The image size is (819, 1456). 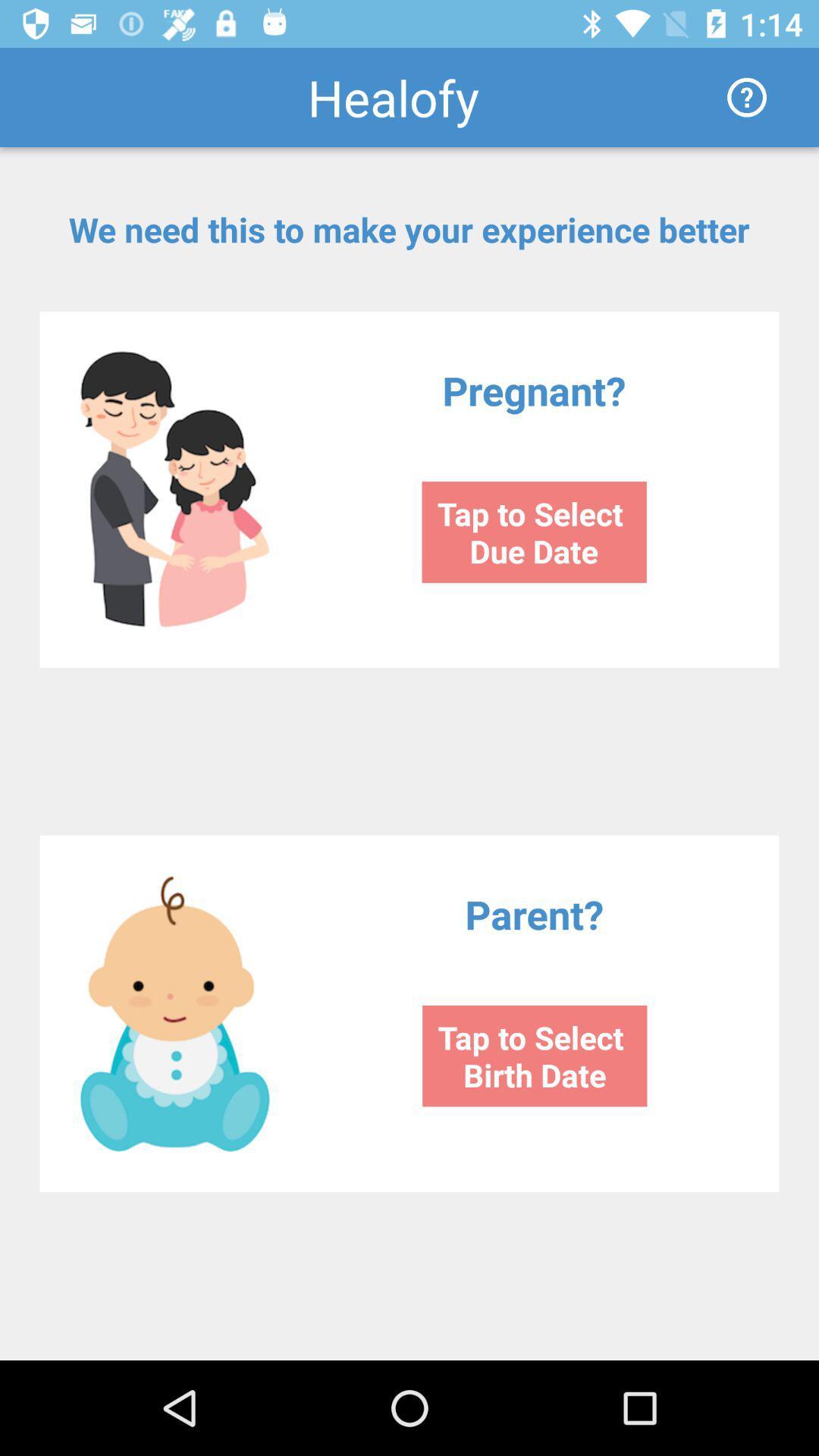 What do you see at coordinates (746, 96) in the screenshot?
I see `help` at bounding box center [746, 96].